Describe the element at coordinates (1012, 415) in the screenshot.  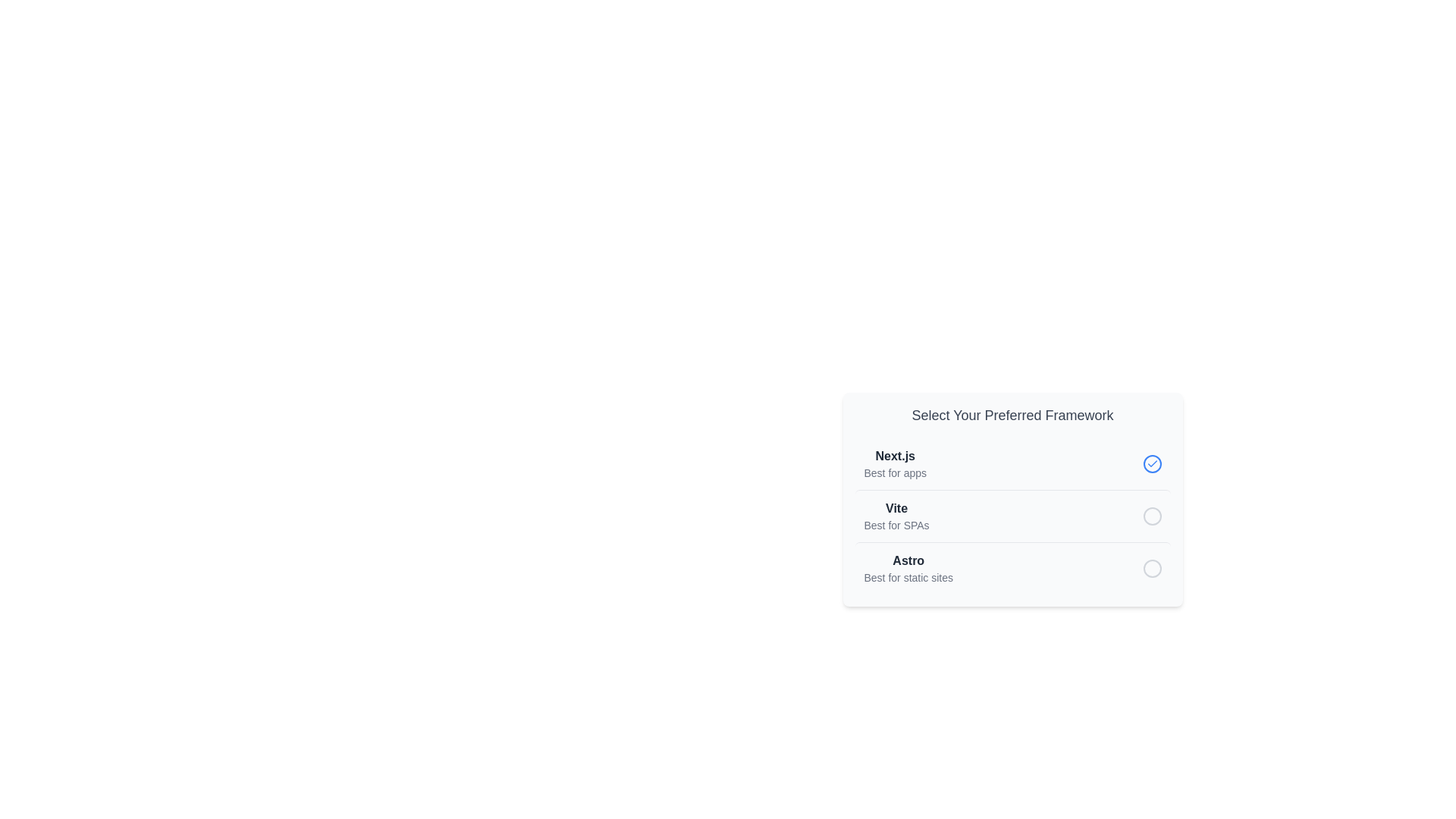
I see `the static text label displaying 'Select Your Preferred Framework' which is positioned at the top of the form-like interface` at that location.